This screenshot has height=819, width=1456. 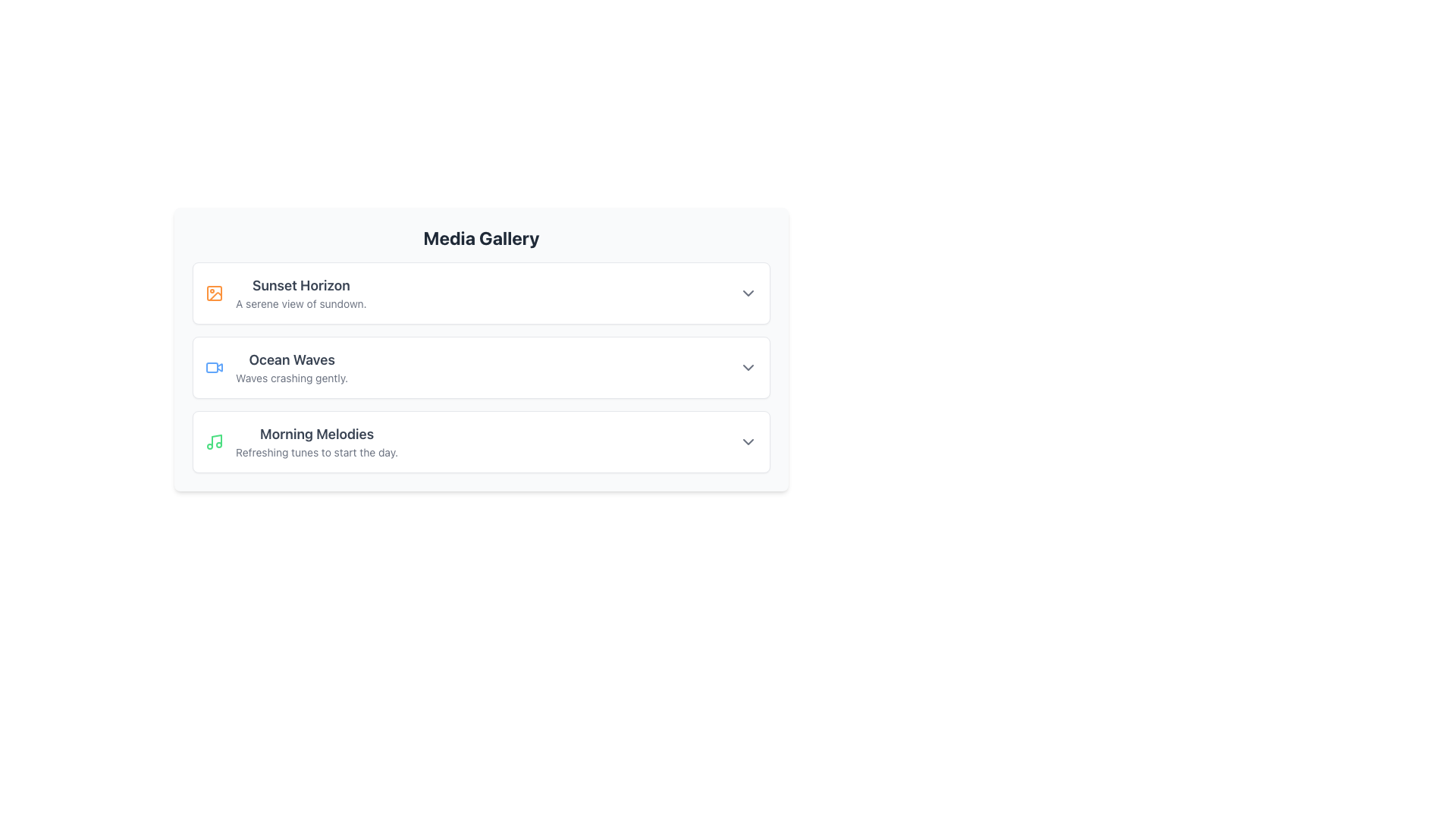 What do you see at coordinates (292, 368) in the screenshot?
I see `the Text block titled 'Ocean Waves' which has a subtitle 'Waves crashing gently'` at bounding box center [292, 368].